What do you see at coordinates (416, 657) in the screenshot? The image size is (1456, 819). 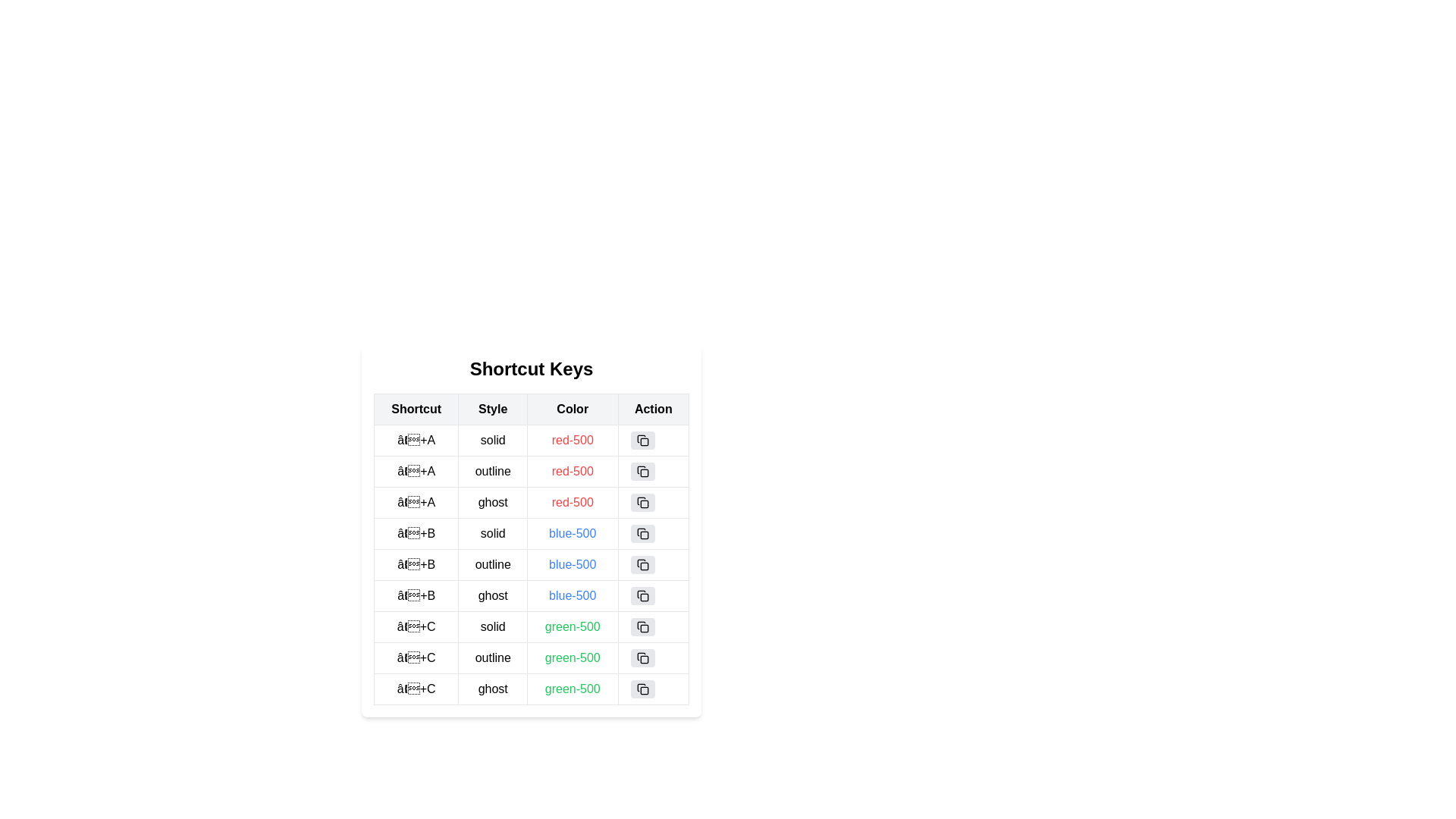 I see `the text indicator button that shows the shortcut '⌘+C' for the 'outline' style in the 'Shortcut Keys' table` at bounding box center [416, 657].